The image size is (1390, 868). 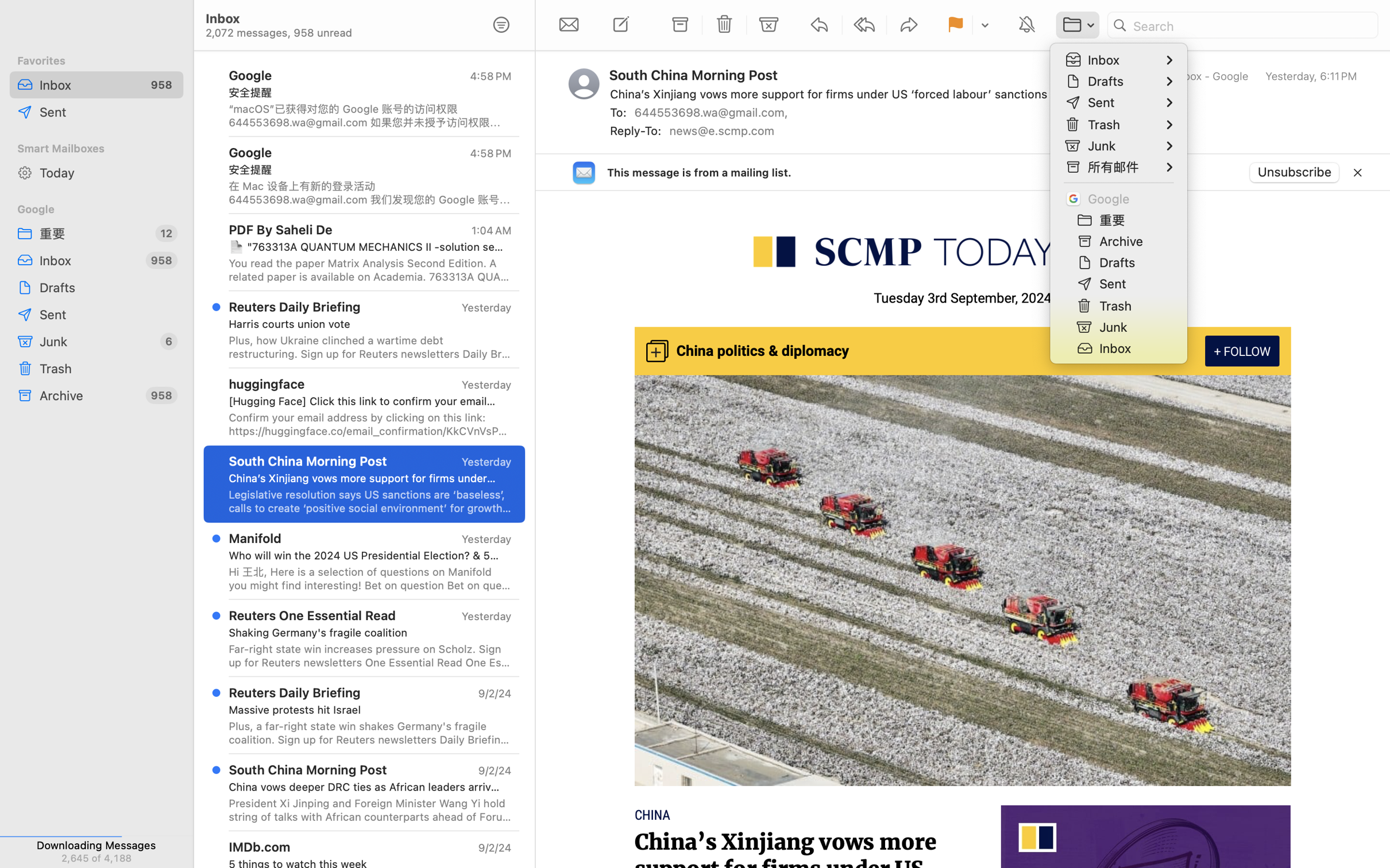 I want to click on 'Harris courts union vote', so click(x=366, y=323).